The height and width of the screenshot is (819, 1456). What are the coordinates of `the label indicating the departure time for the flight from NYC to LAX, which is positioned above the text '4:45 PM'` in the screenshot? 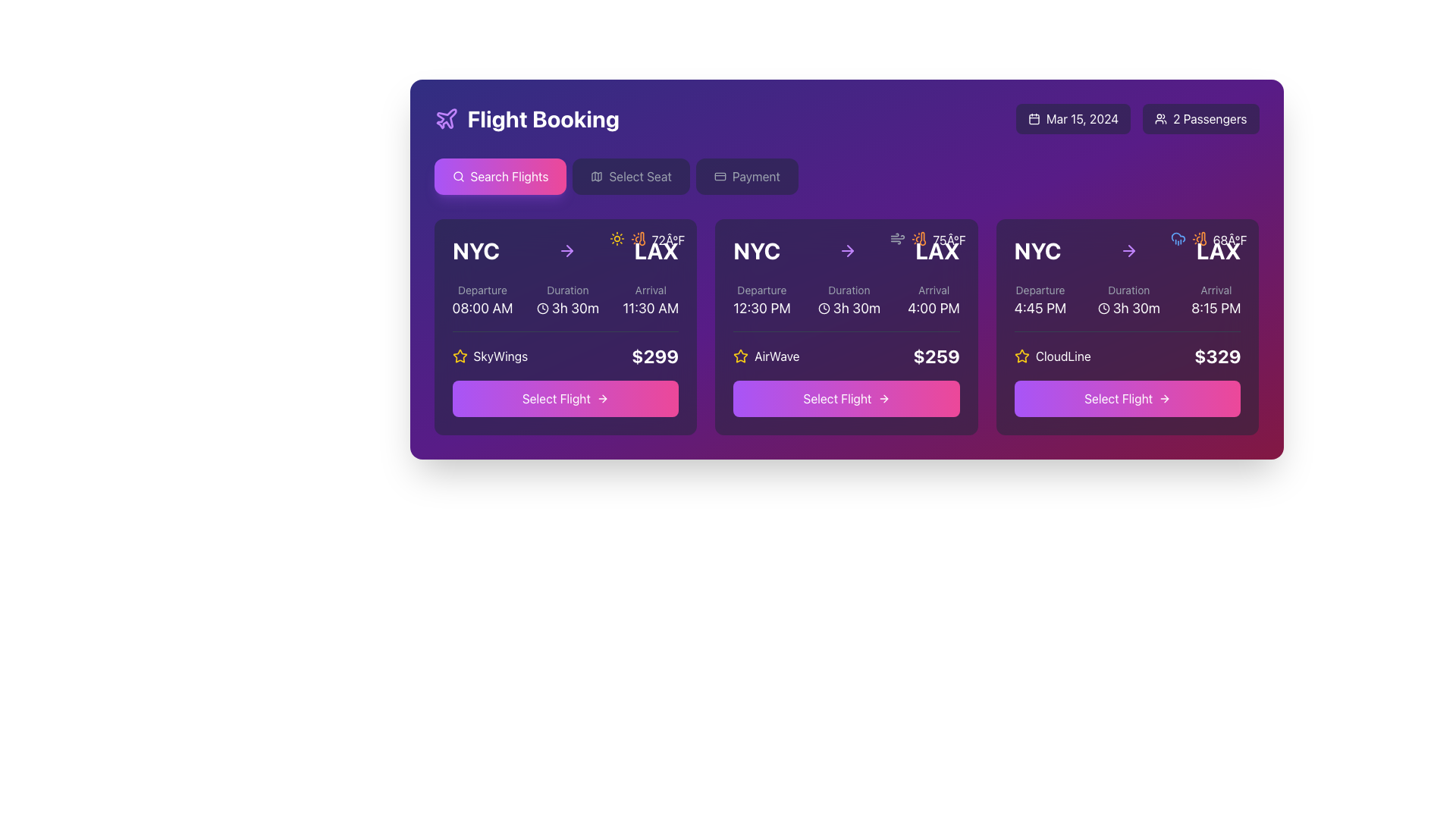 It's located at (1040, 290).